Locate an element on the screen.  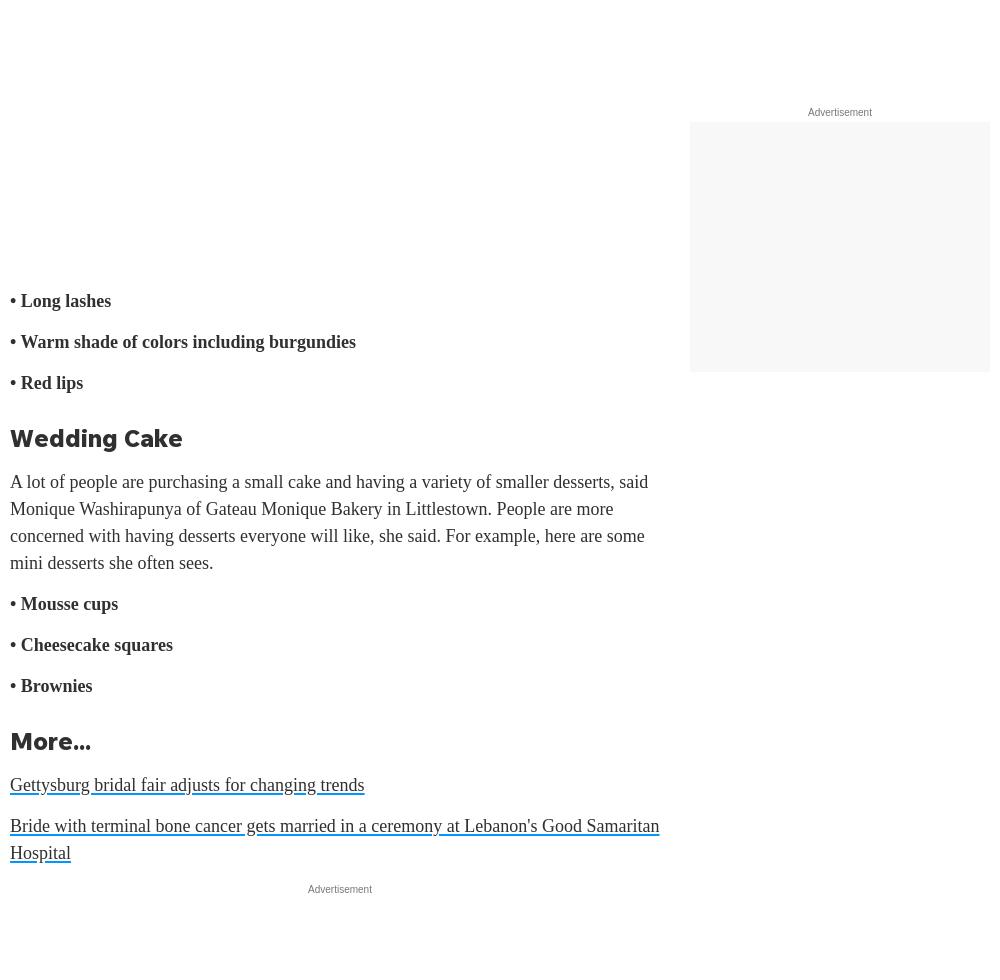
'• Long lashes' is located at coordinates (60, 300).